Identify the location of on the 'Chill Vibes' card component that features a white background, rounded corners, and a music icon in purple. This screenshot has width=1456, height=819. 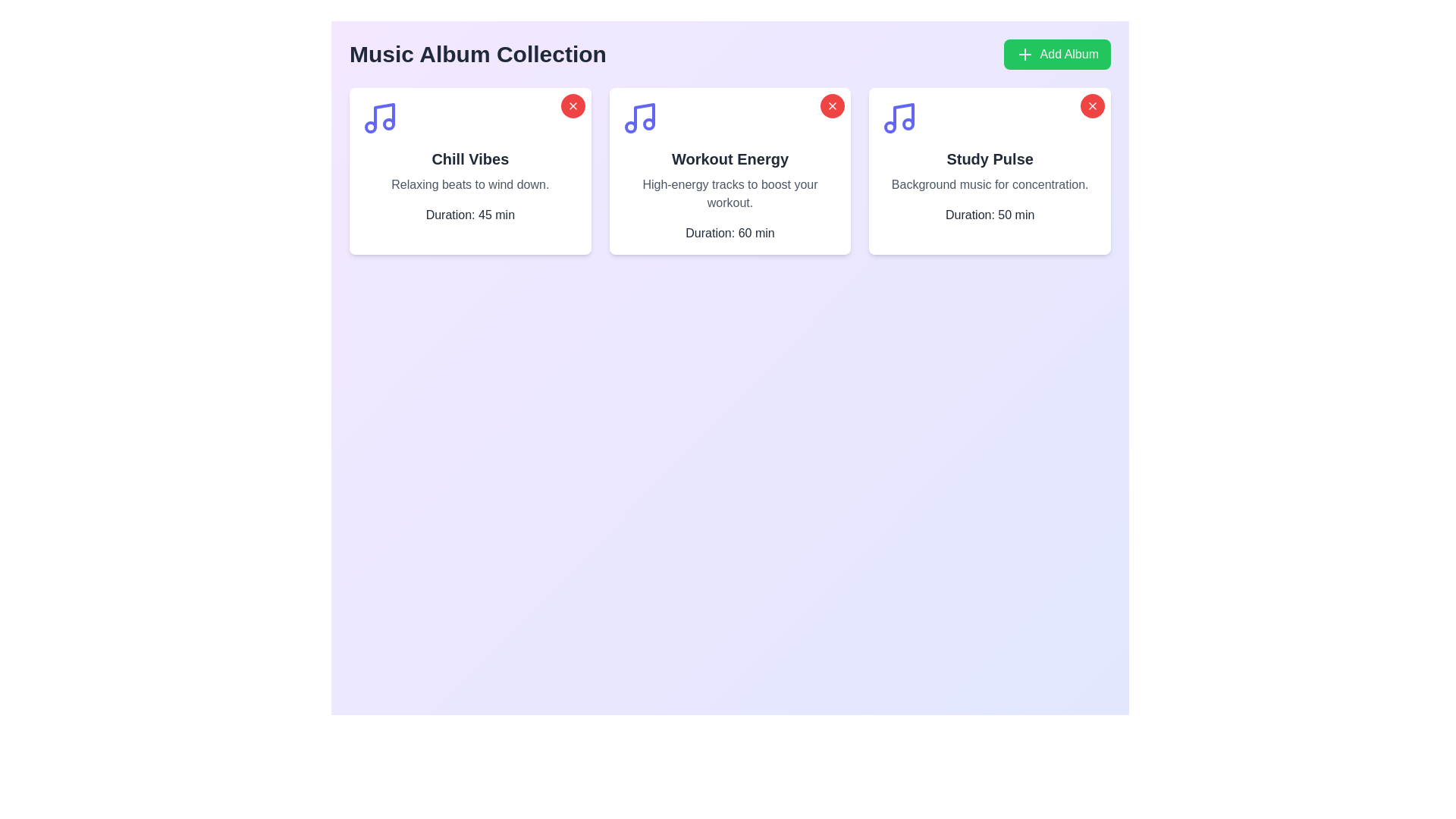
(469, 171).